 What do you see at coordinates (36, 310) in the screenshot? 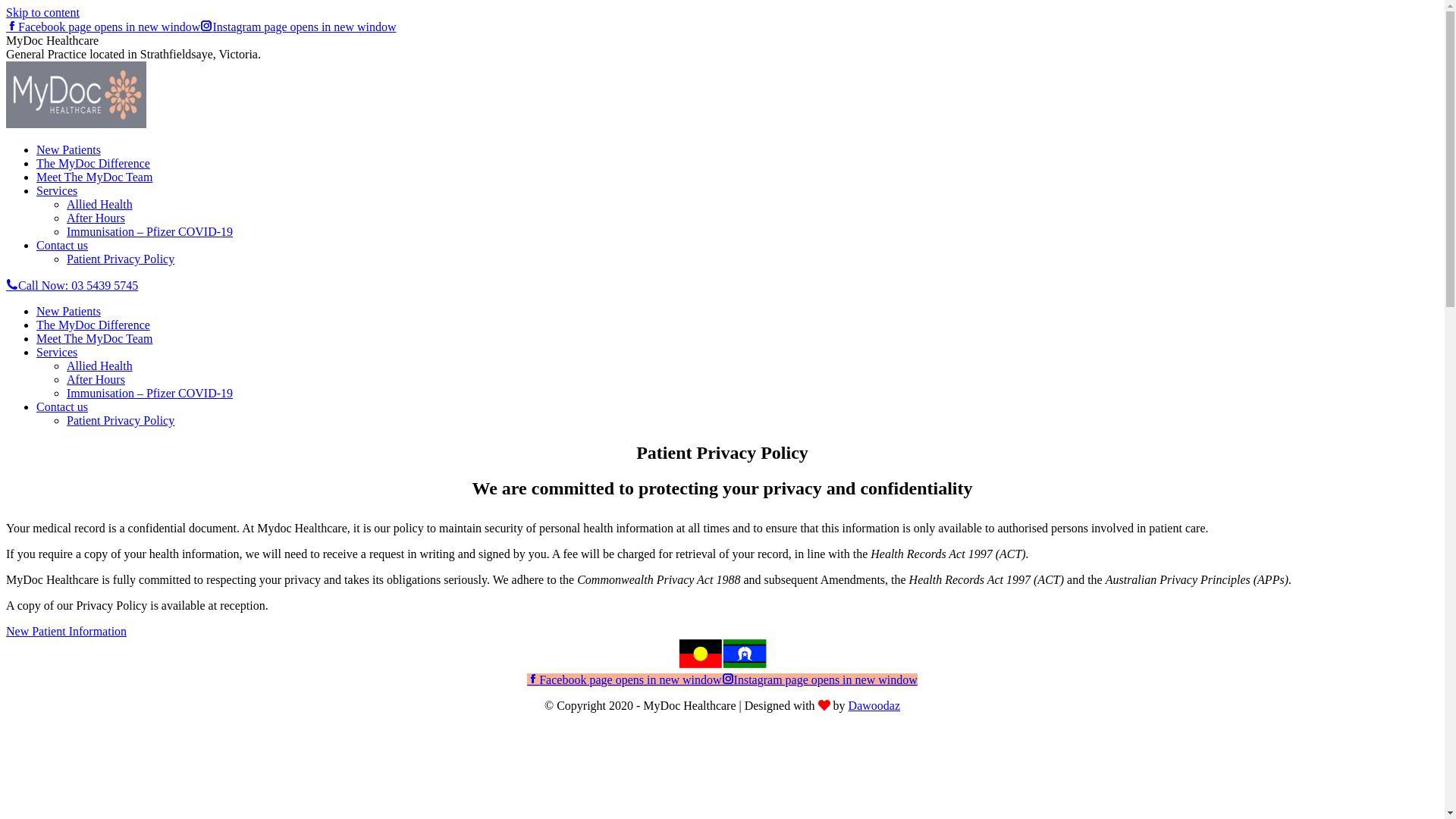
I see `'New Patients'` at bounding box center [36, 310].